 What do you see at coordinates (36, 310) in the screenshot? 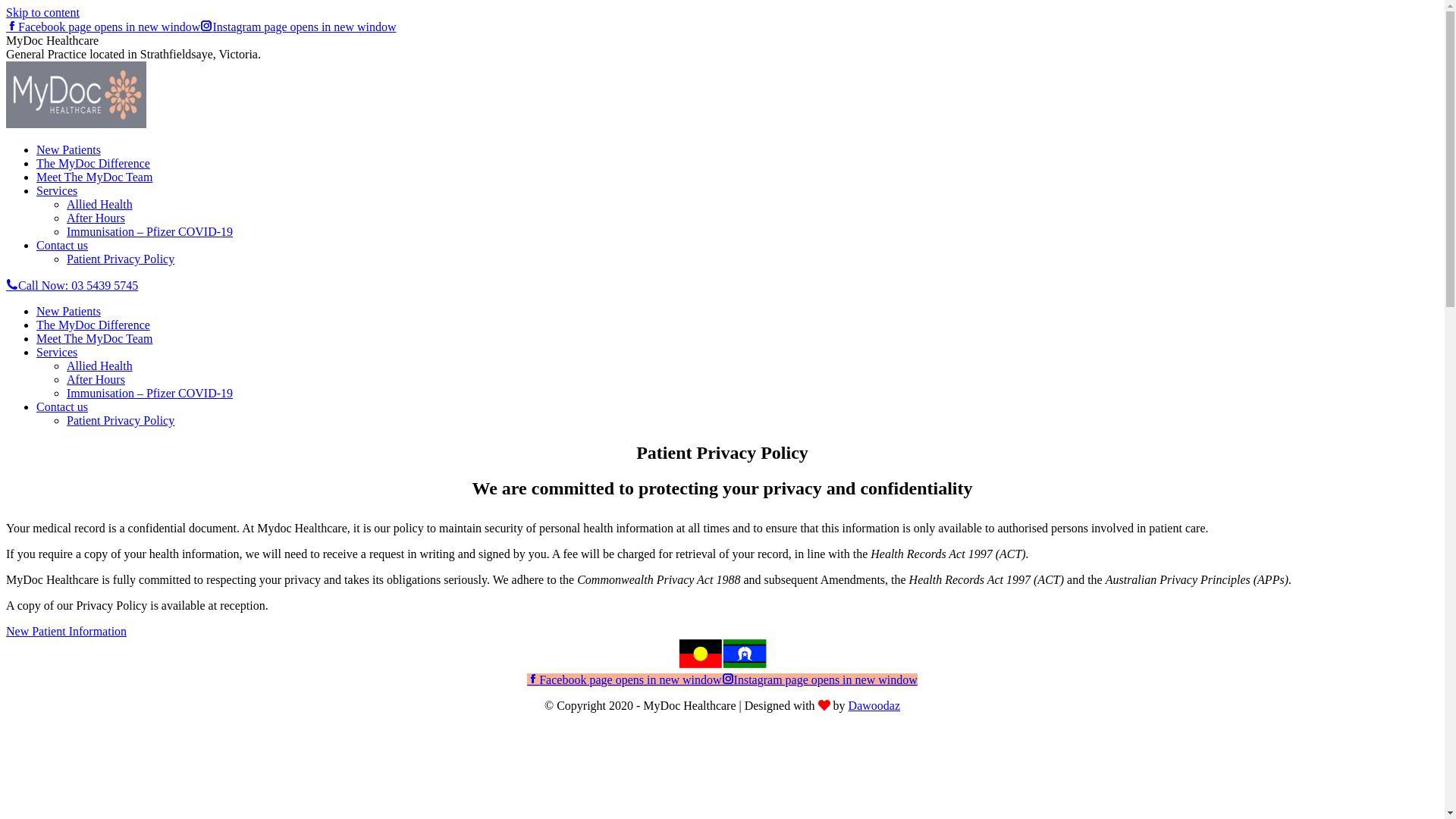
I see `'New Patients'` at bounding box center [36, 310].